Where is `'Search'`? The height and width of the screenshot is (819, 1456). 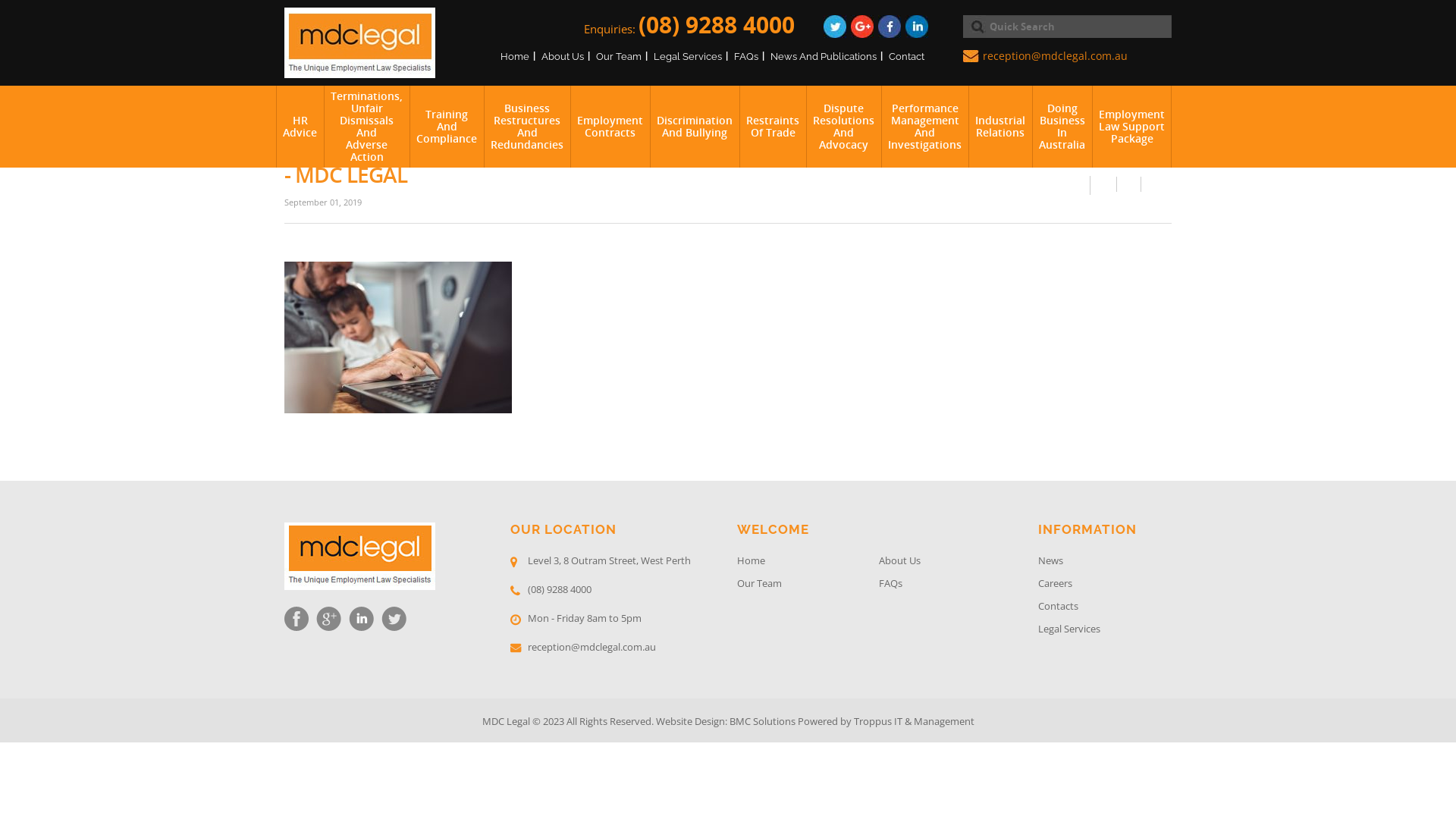 'Search' is located at coordinates (974, 26).